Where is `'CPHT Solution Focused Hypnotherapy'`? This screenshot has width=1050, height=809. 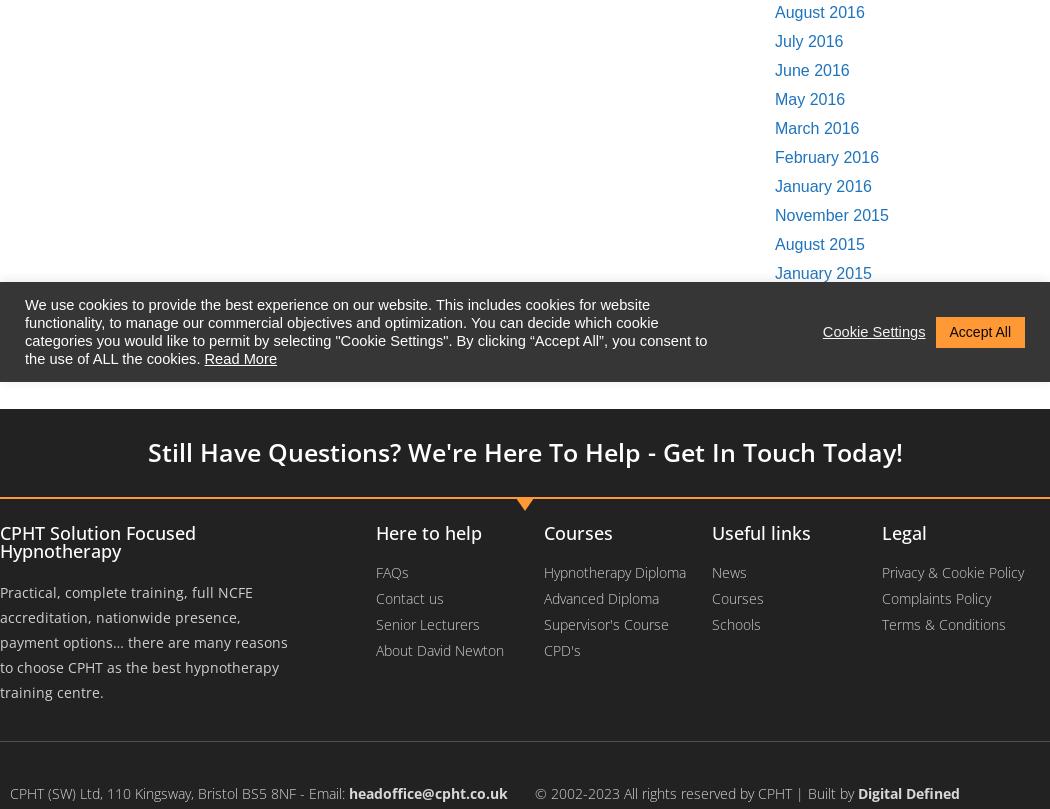 'CPHT Solution Focused Hypnotherapy' is located at coordinates (97, 540).